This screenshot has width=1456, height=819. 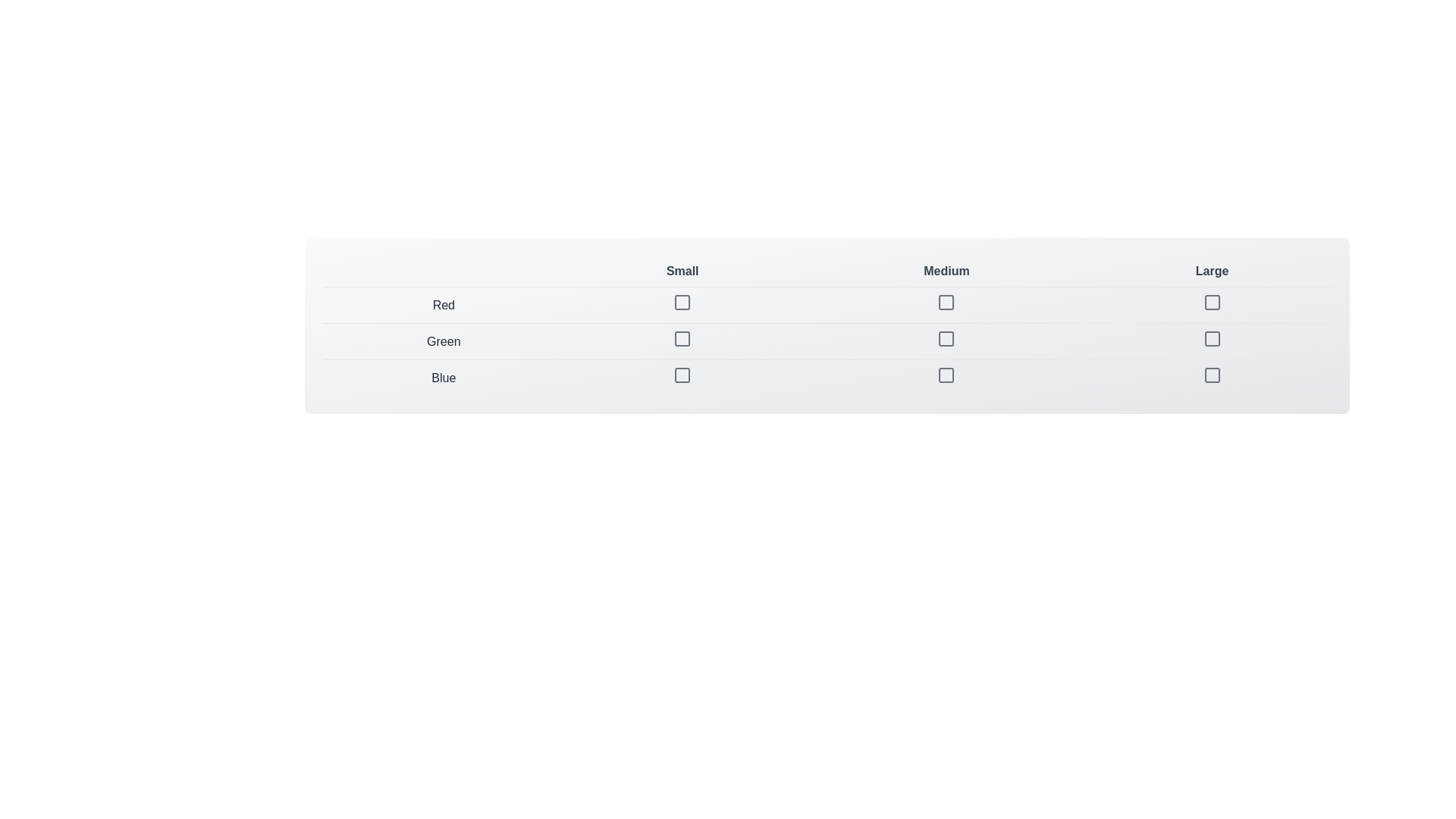 What do you see at coordinates (682, 375) in the screenshot?
I see `the empty checkbox in the third row associated with 'Blue' and the second column labeled 'Small'` at bounding box center [682, 375].